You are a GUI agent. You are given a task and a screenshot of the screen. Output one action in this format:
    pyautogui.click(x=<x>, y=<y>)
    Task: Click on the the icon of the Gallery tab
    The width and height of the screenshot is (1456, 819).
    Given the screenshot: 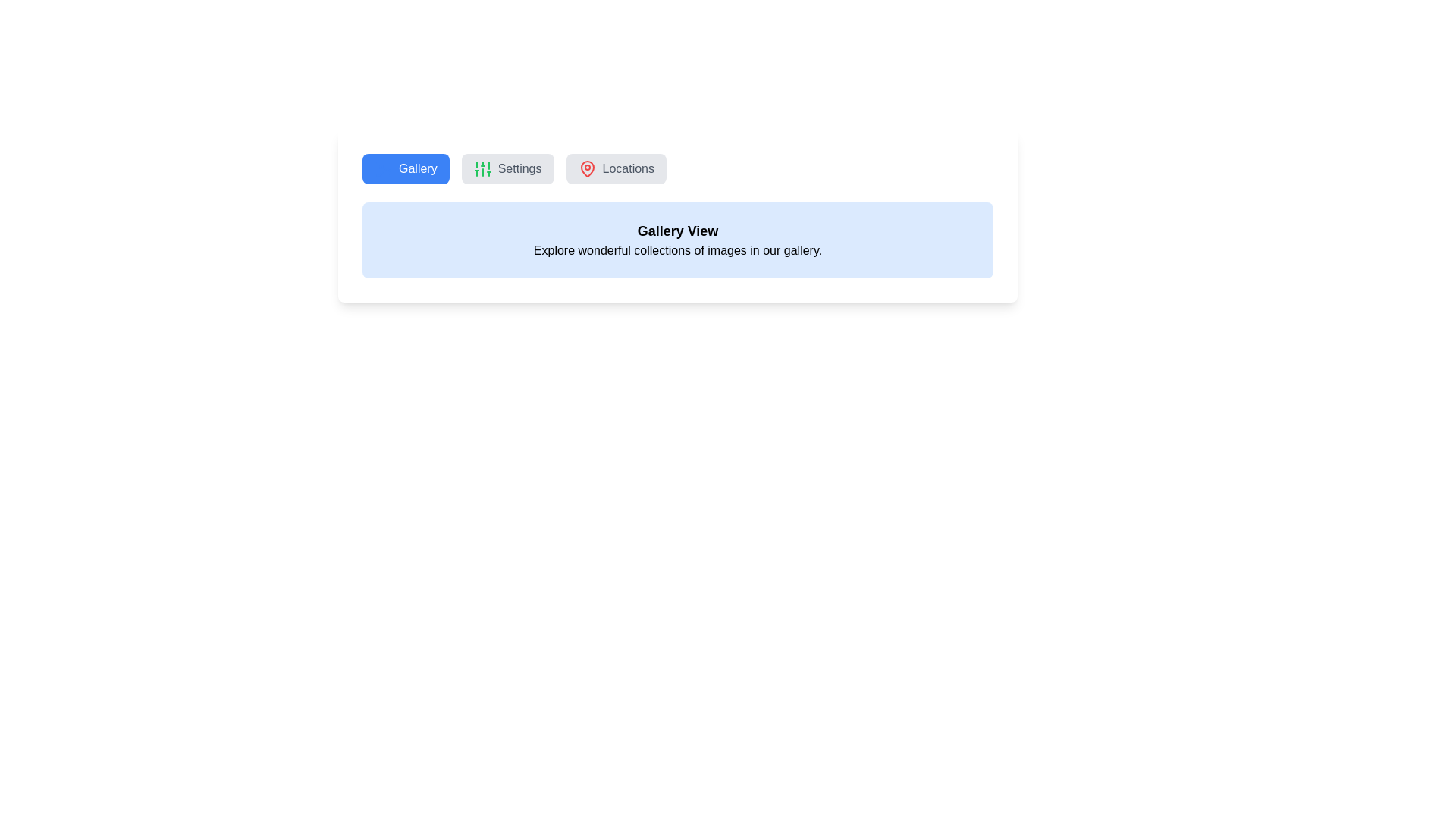 What is the action you would take?
    pyautogui.click(x=383, y=169)
    